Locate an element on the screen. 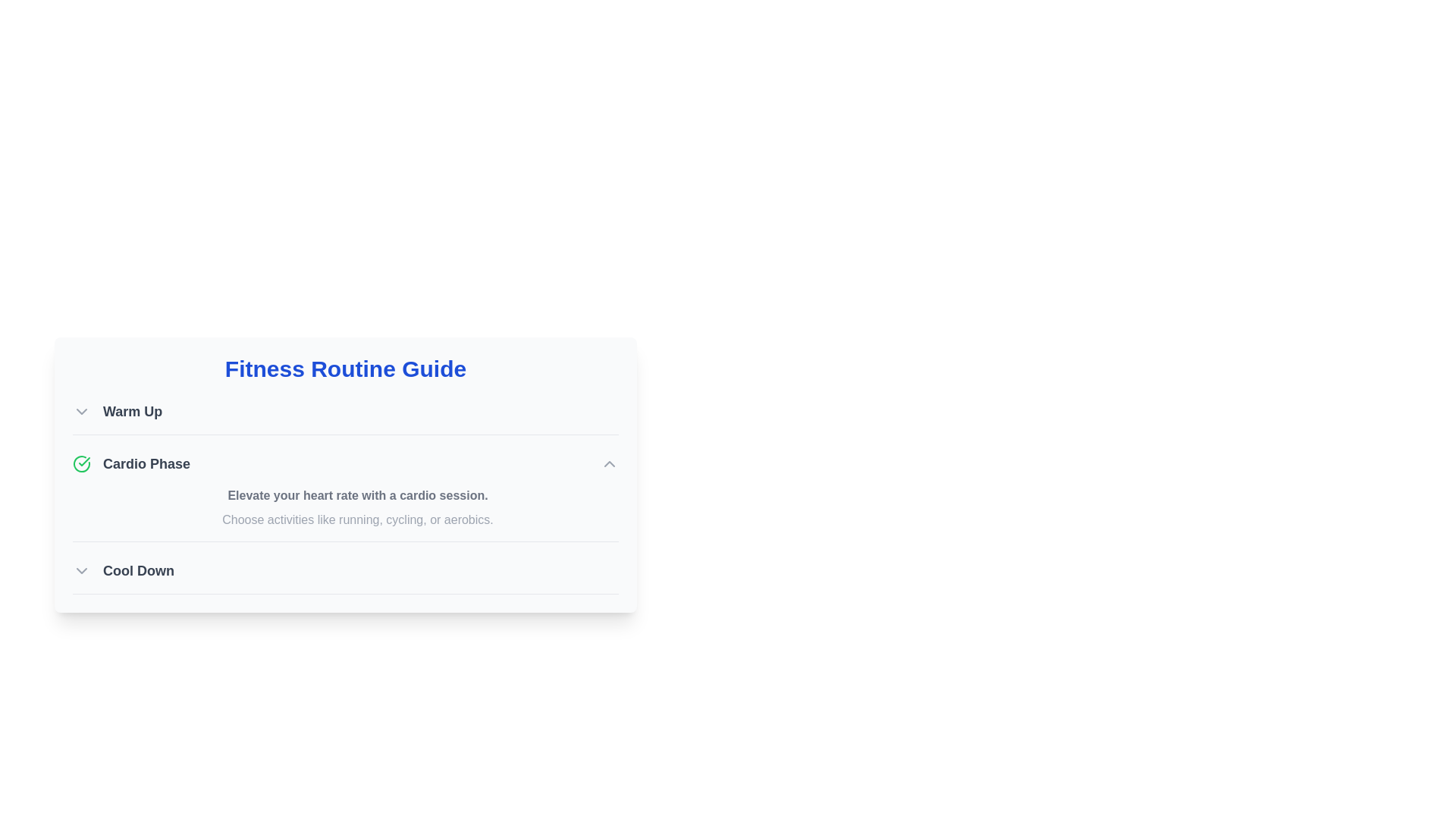 The height and width of the screenshot is (819, 1456). the chevron icon on the far right-hand side of the 'Cardio Phase' section header to possibly reveal a tooltip or change its appearance is located at coordinates (610, 463).